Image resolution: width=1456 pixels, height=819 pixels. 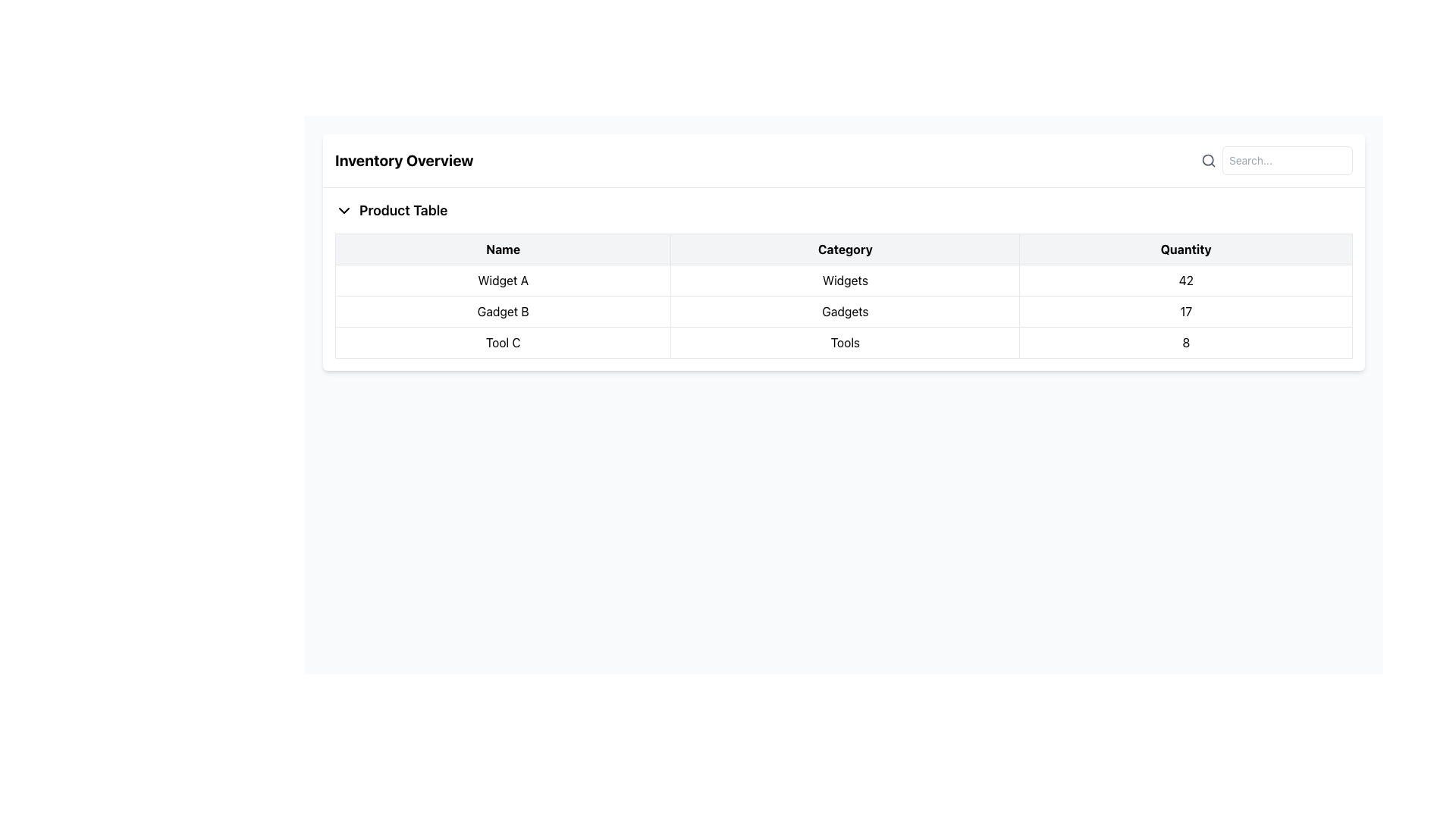 I want to click on text label 'Widget A' located in the first column of a table row, which serves as an identifier for an object or entity, so click(x=503, y=281).